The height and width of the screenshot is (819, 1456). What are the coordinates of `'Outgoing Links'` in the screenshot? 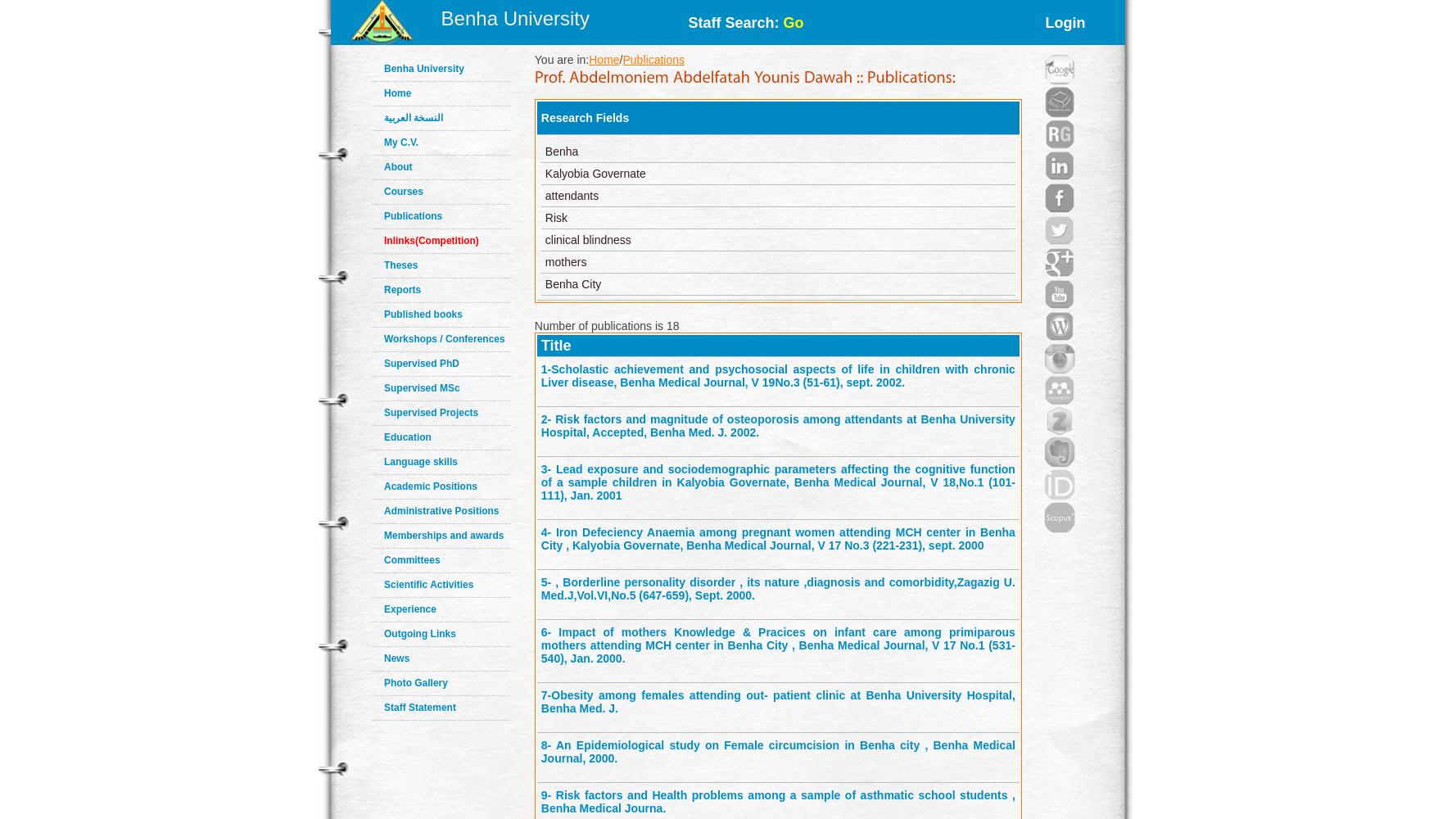 It's located at (419, 634).